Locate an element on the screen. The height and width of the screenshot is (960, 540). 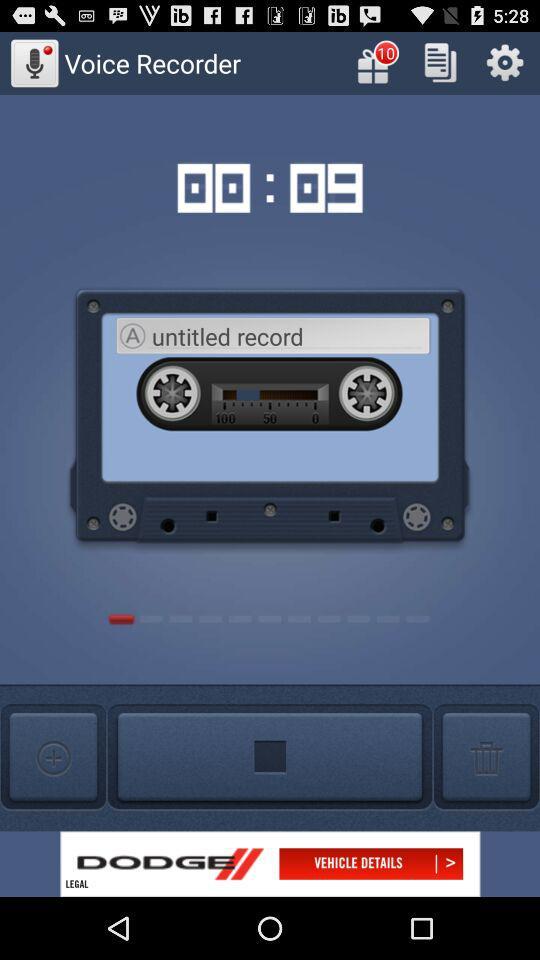
settings options is located at coordinates (504, 62).